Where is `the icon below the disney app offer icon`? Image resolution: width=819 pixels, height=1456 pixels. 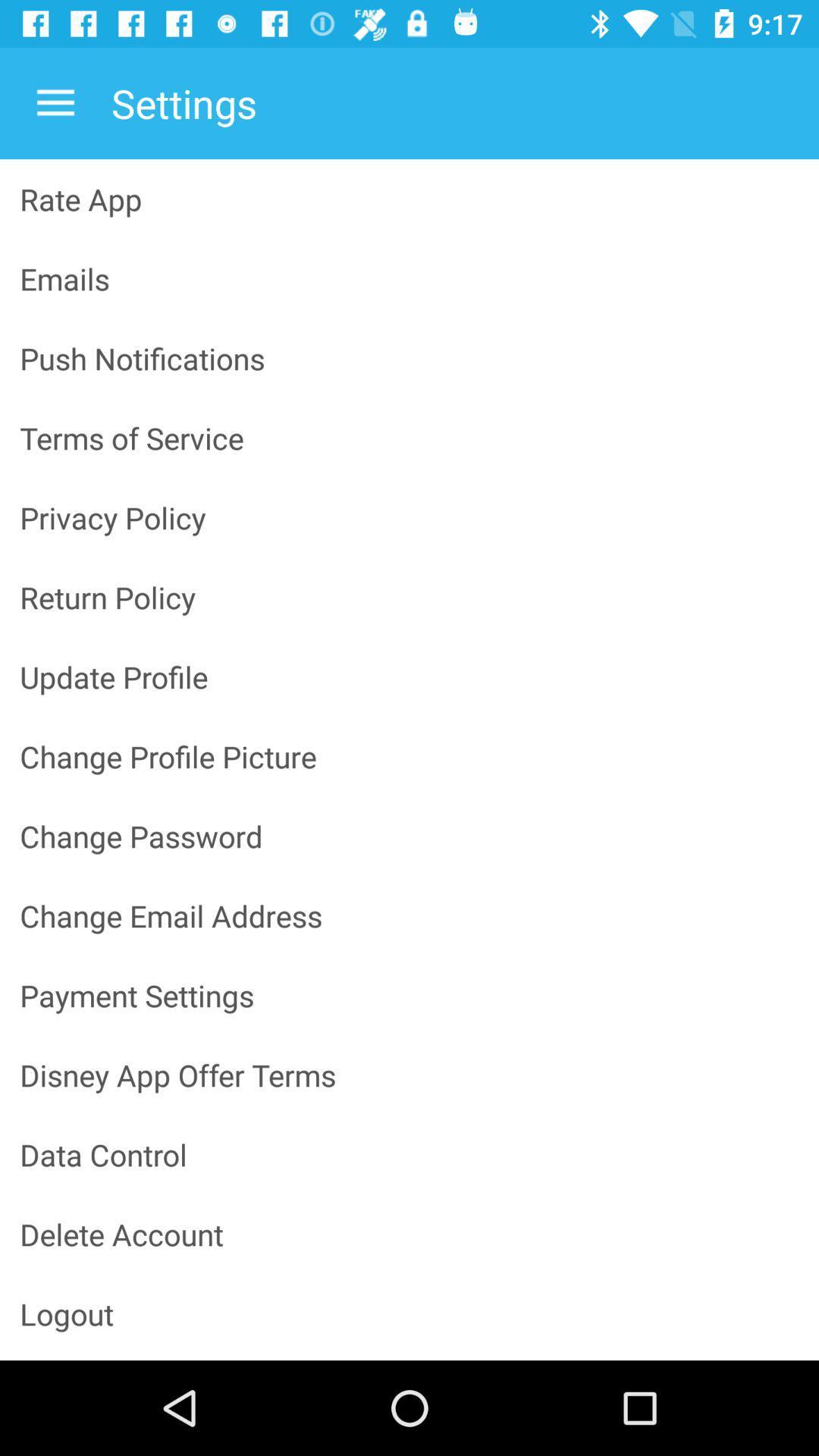 the icon below the disney app offer icon is located at coordinates (409, 1153).